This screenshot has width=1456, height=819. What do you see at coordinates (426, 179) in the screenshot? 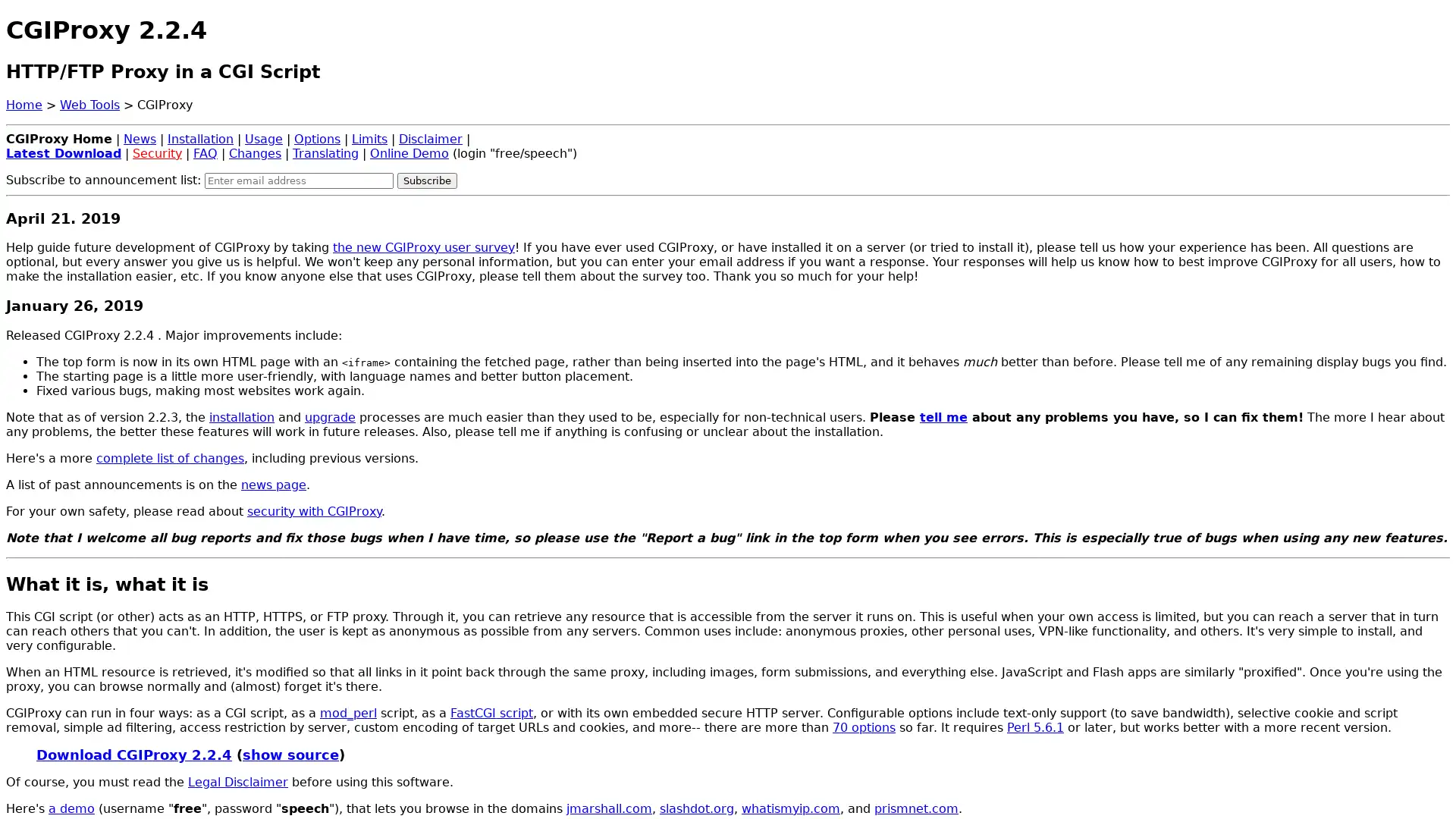
I see `Subscribe` at bounding box center [426, 179].